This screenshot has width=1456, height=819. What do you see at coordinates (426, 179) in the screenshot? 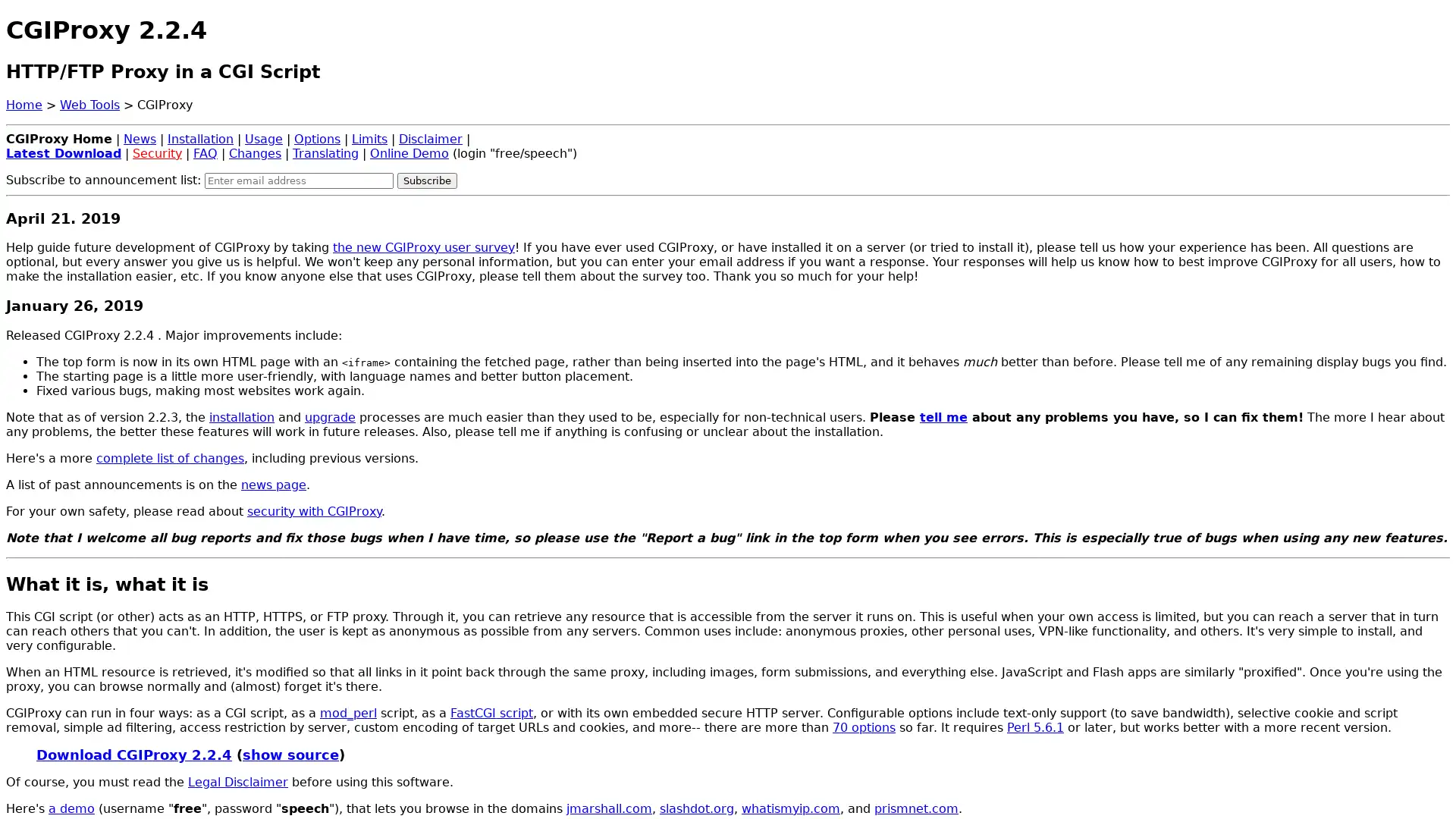
I see `Subscribe` at bounding box center [426, 179].